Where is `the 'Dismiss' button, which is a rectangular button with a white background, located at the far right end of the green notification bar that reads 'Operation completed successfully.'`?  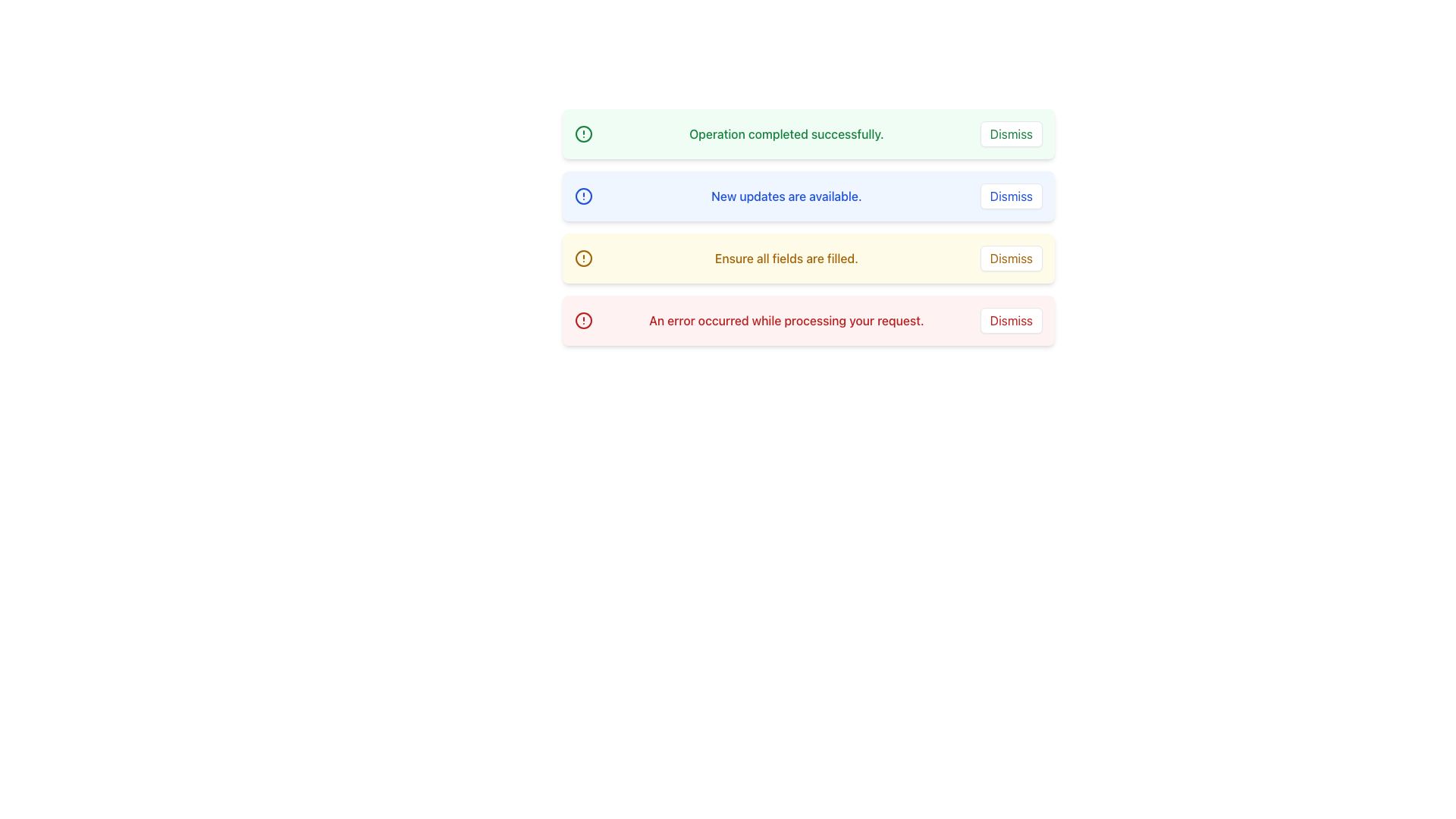 the 'Dismiss' button, which is a rectangular button with a white background, located at the far right end of the green notification bar that reads 'Operation completed successfully.' is located at coordinates (1011, 133).